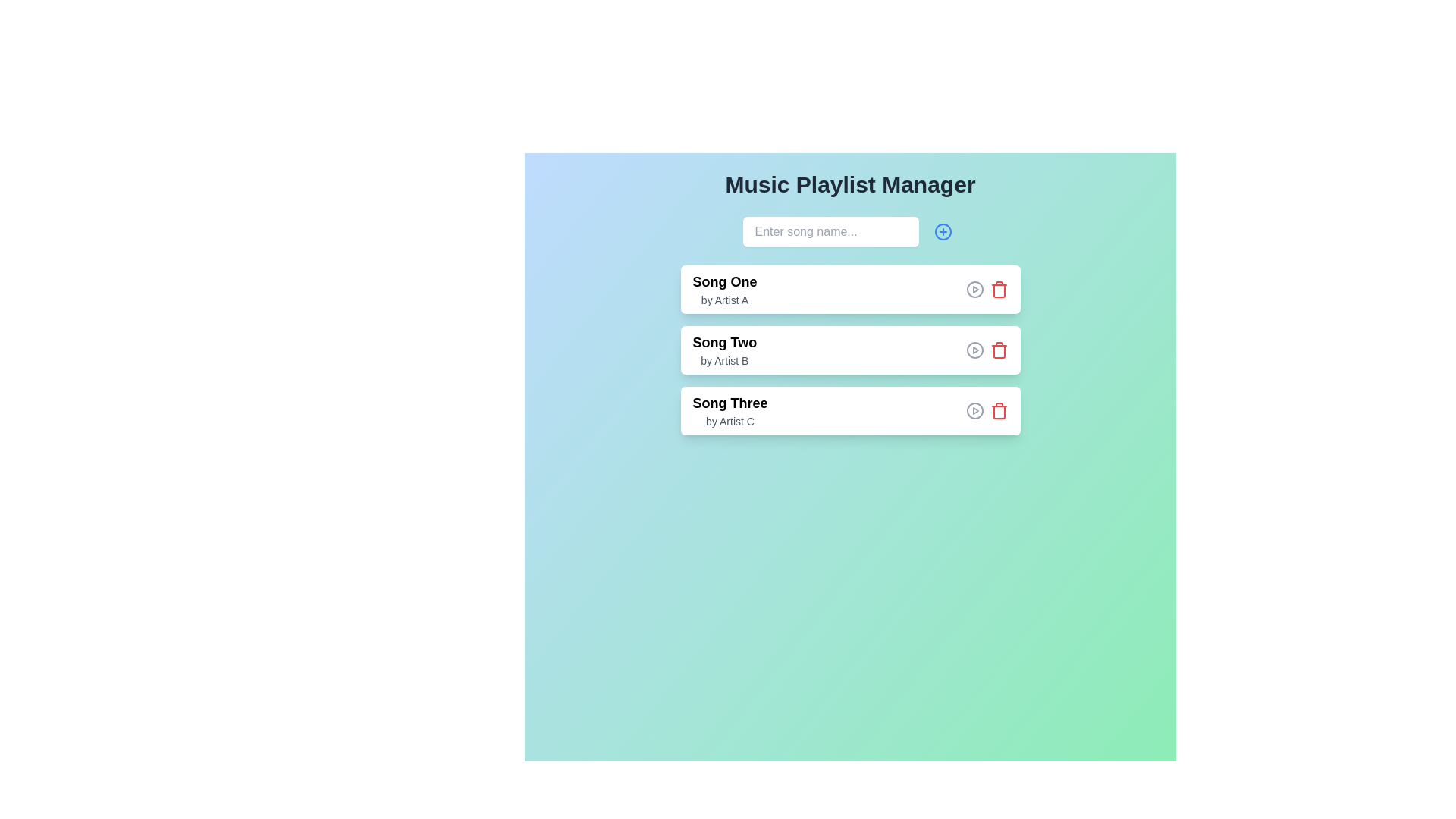  Describe the element at coordinates (723, 281) in the screenshot. I see `the text label displaying 'Song One', which is positioned at the top of the vertical list structure and styled in bold black font` at that location.